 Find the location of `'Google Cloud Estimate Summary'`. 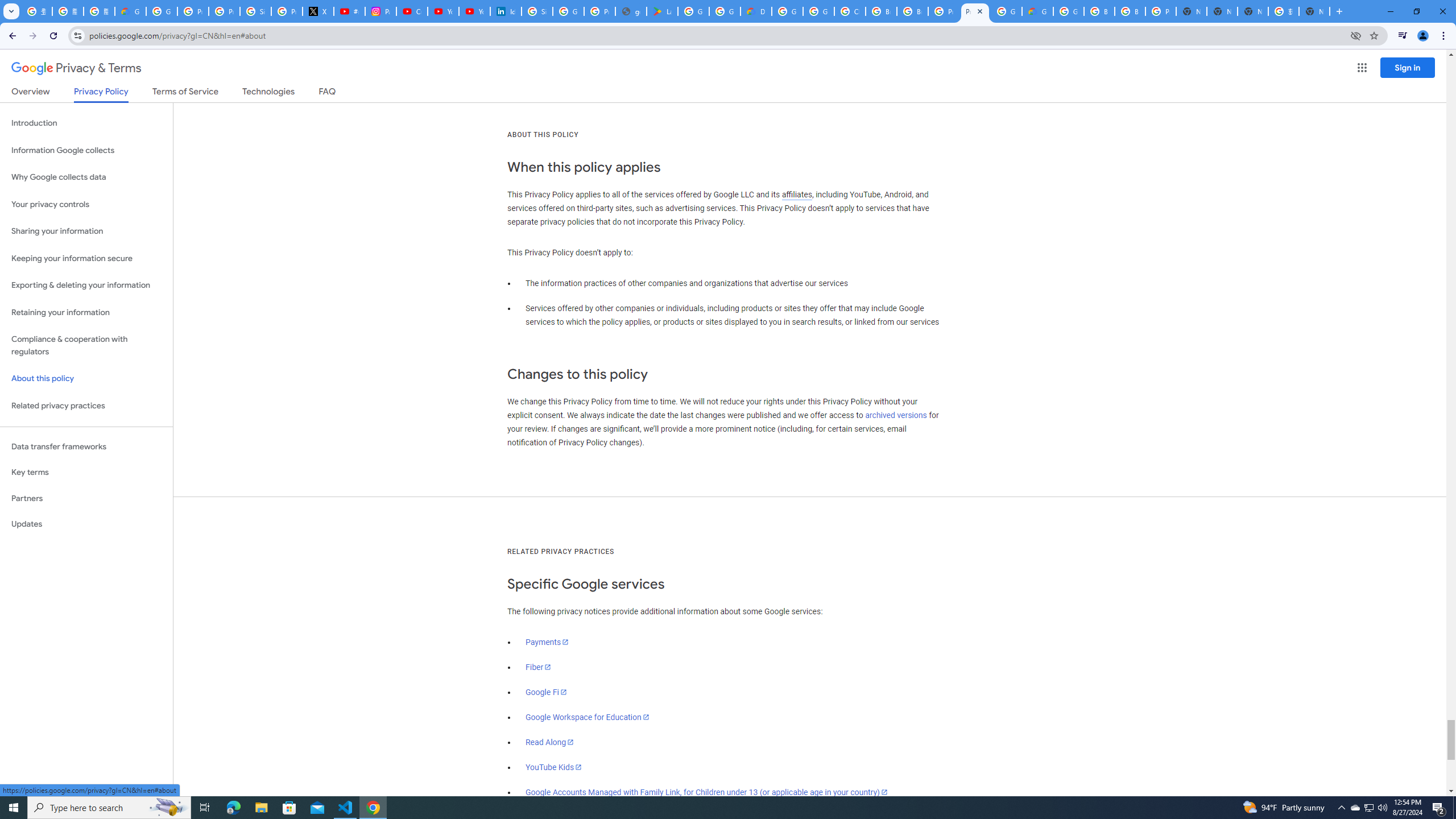

'Google Cloud Estimate Summary' is located at coordinates (1037, 11).